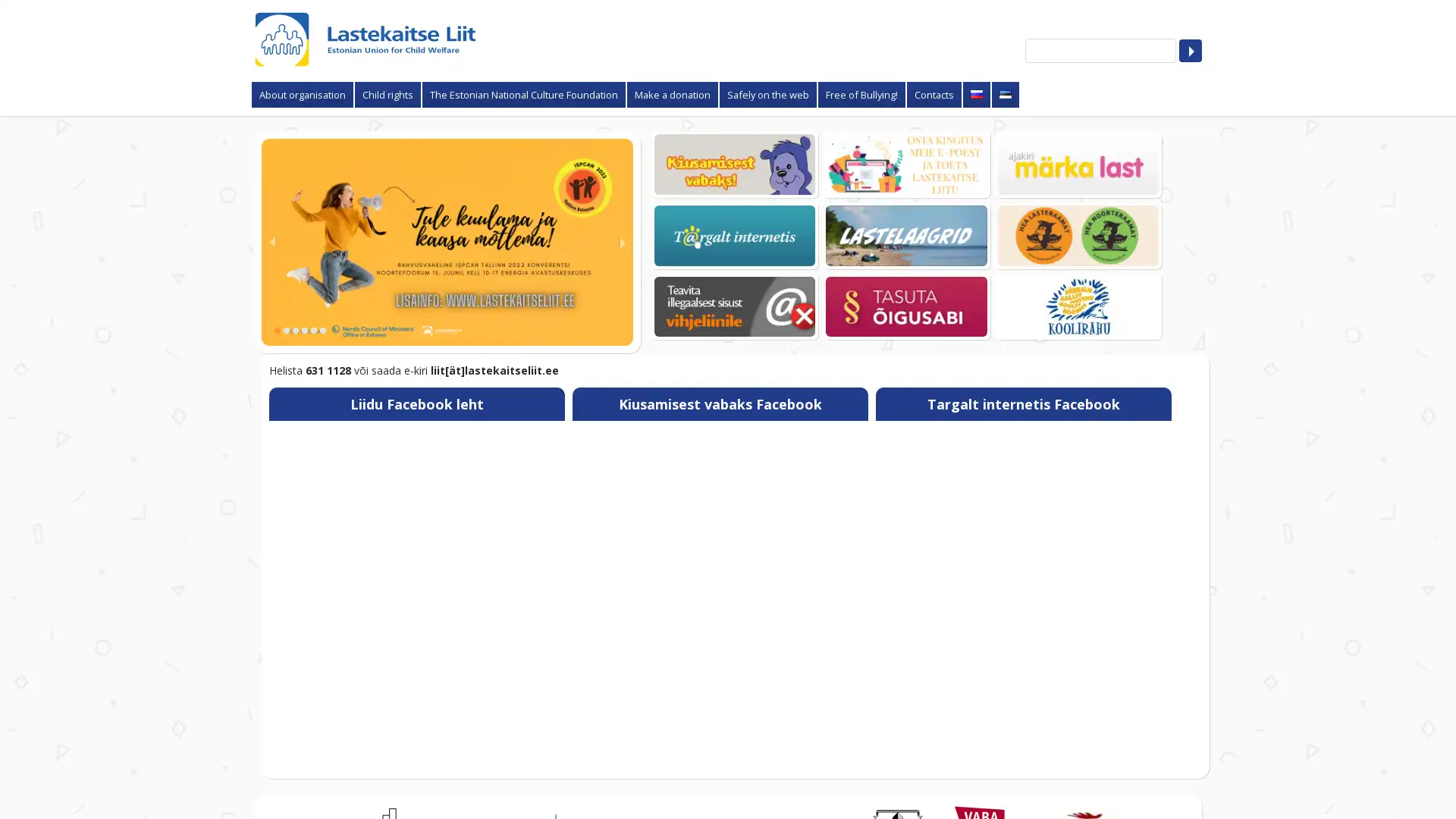  I want to click on Search, so click(1189, 49).